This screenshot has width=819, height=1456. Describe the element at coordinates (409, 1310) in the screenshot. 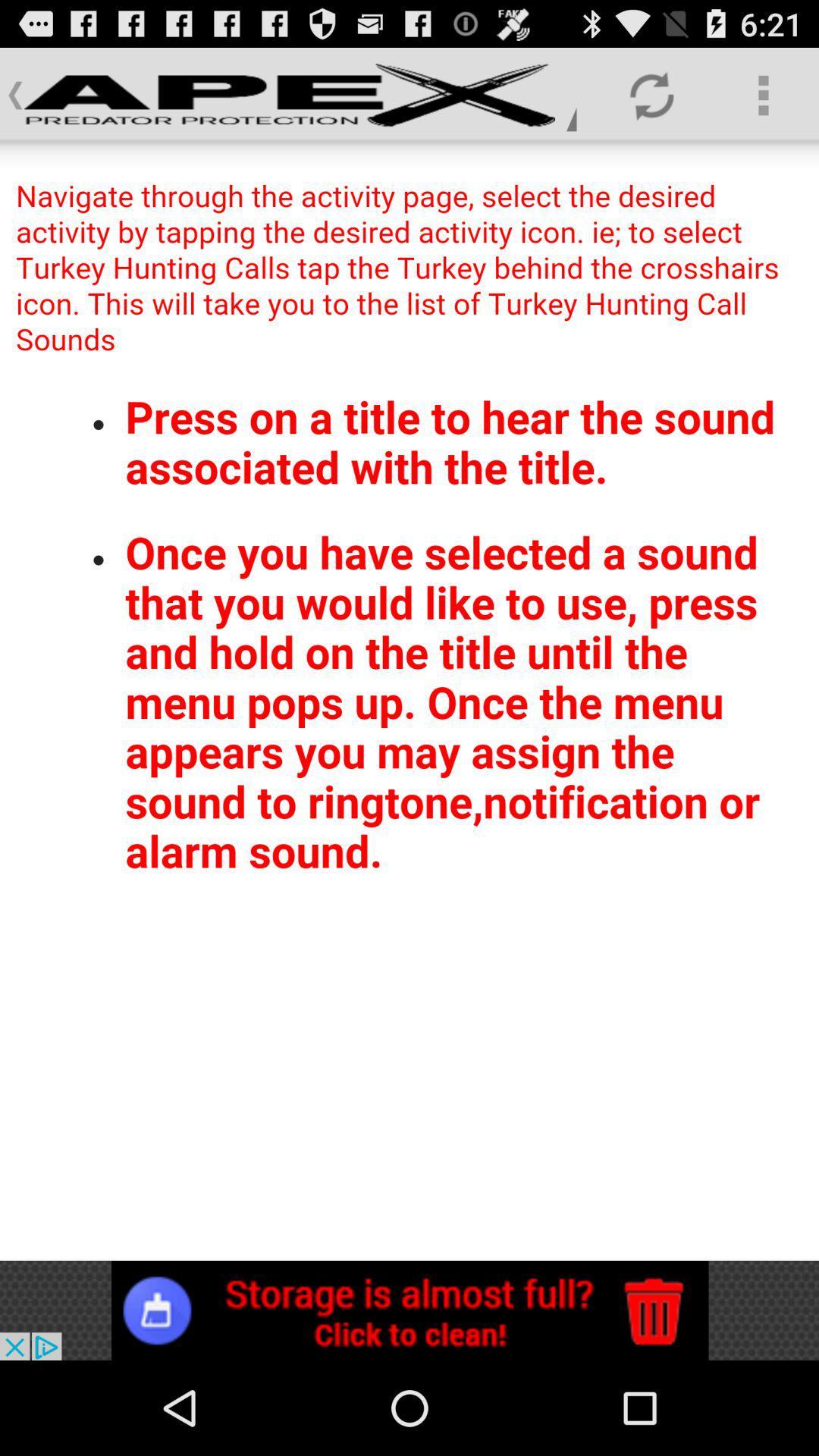

I see `advertisement banner` at that location.